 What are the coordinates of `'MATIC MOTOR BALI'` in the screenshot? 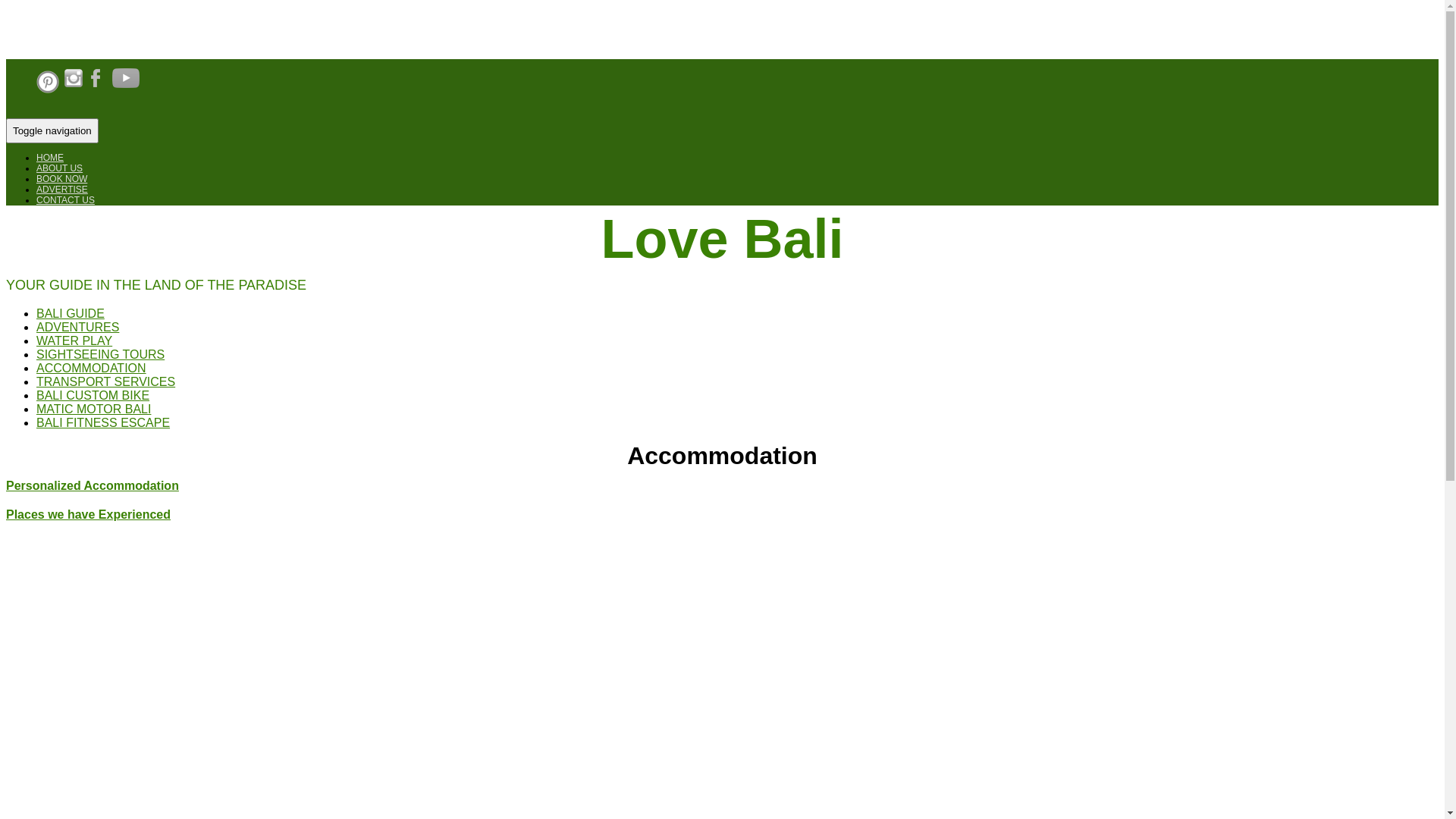 It's located at (93, 408).